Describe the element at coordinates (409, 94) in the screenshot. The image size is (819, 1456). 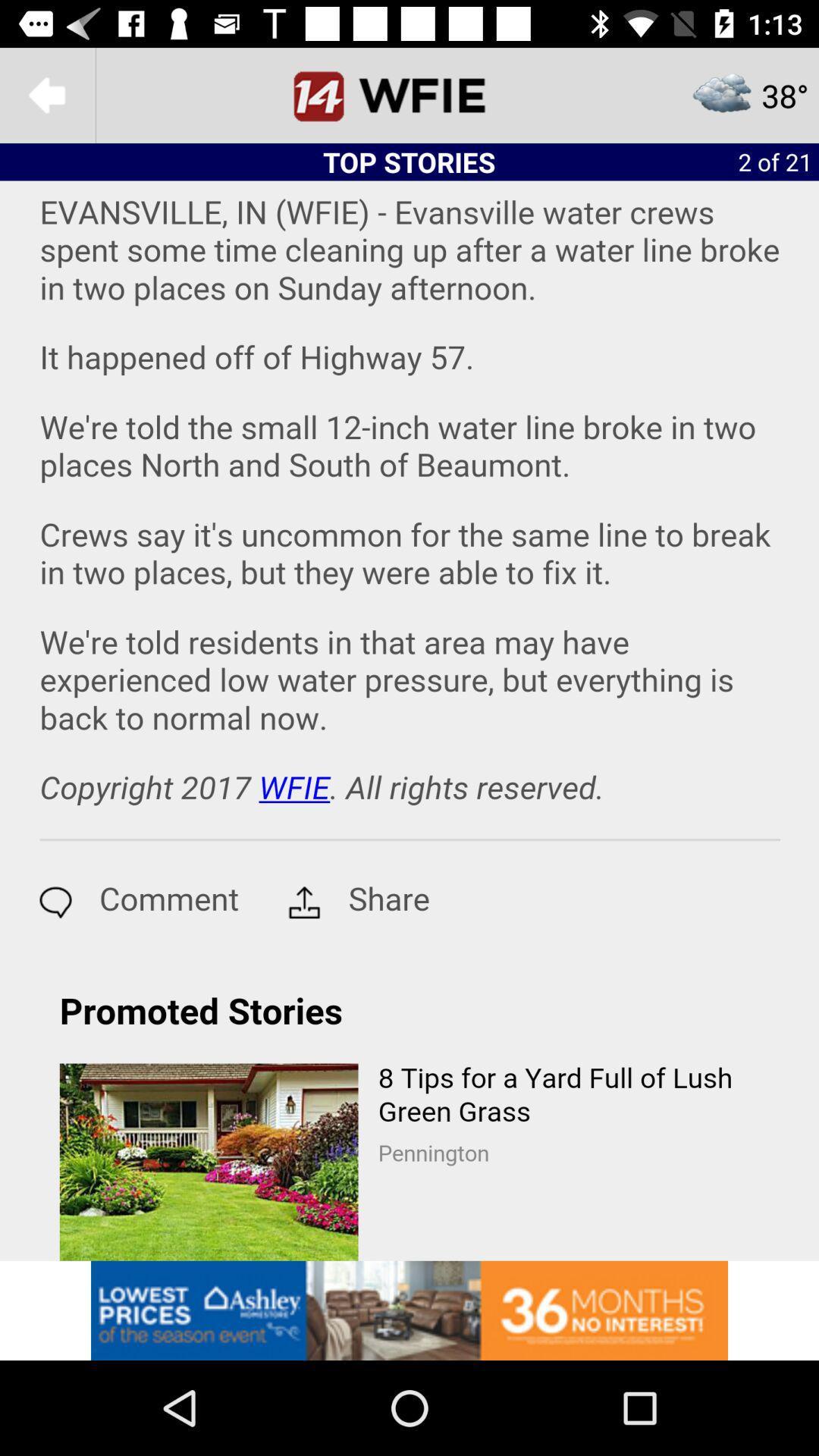
I see `mark` at that location.